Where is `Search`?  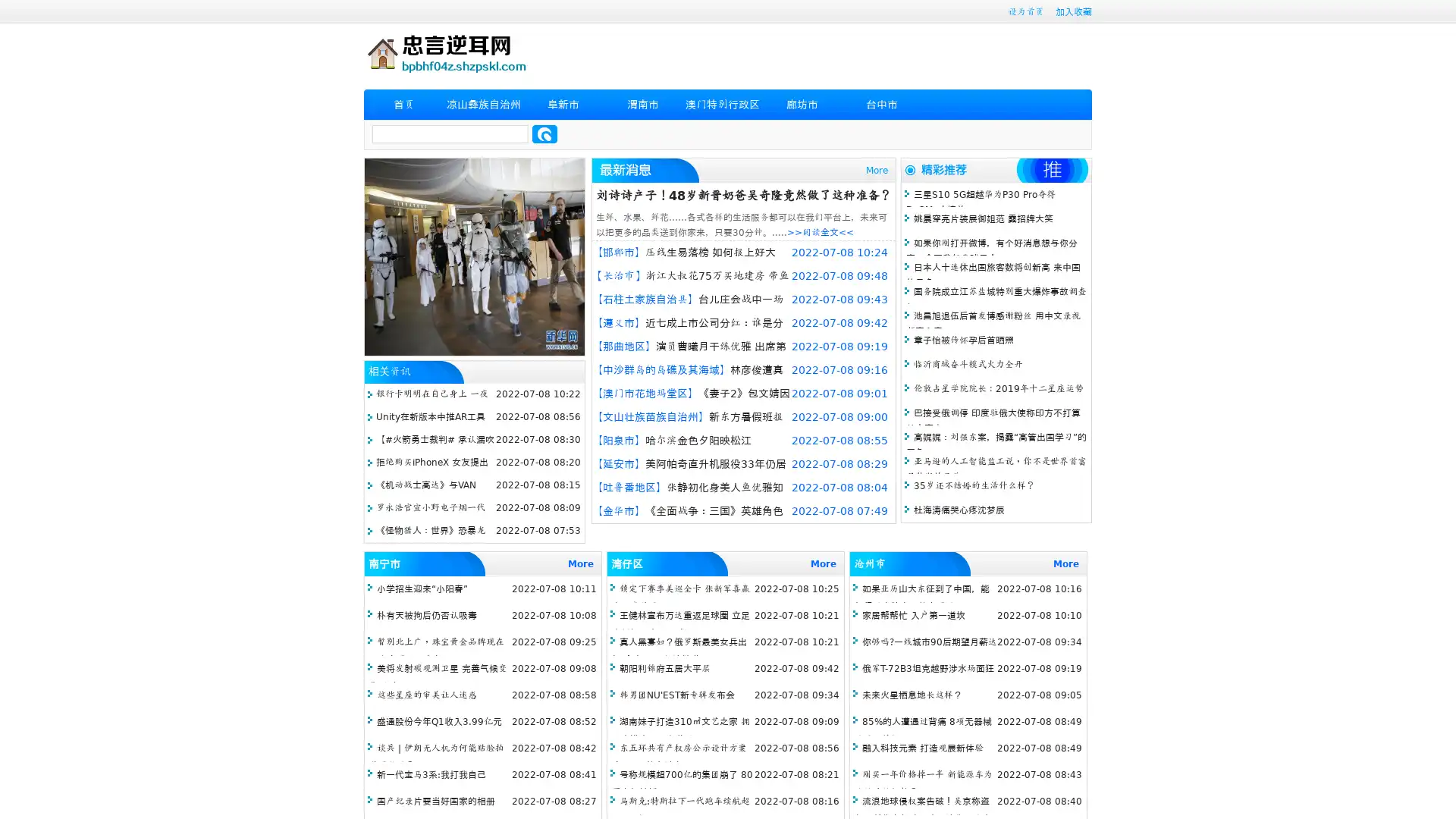
Search is located at coordinates (544, 133).